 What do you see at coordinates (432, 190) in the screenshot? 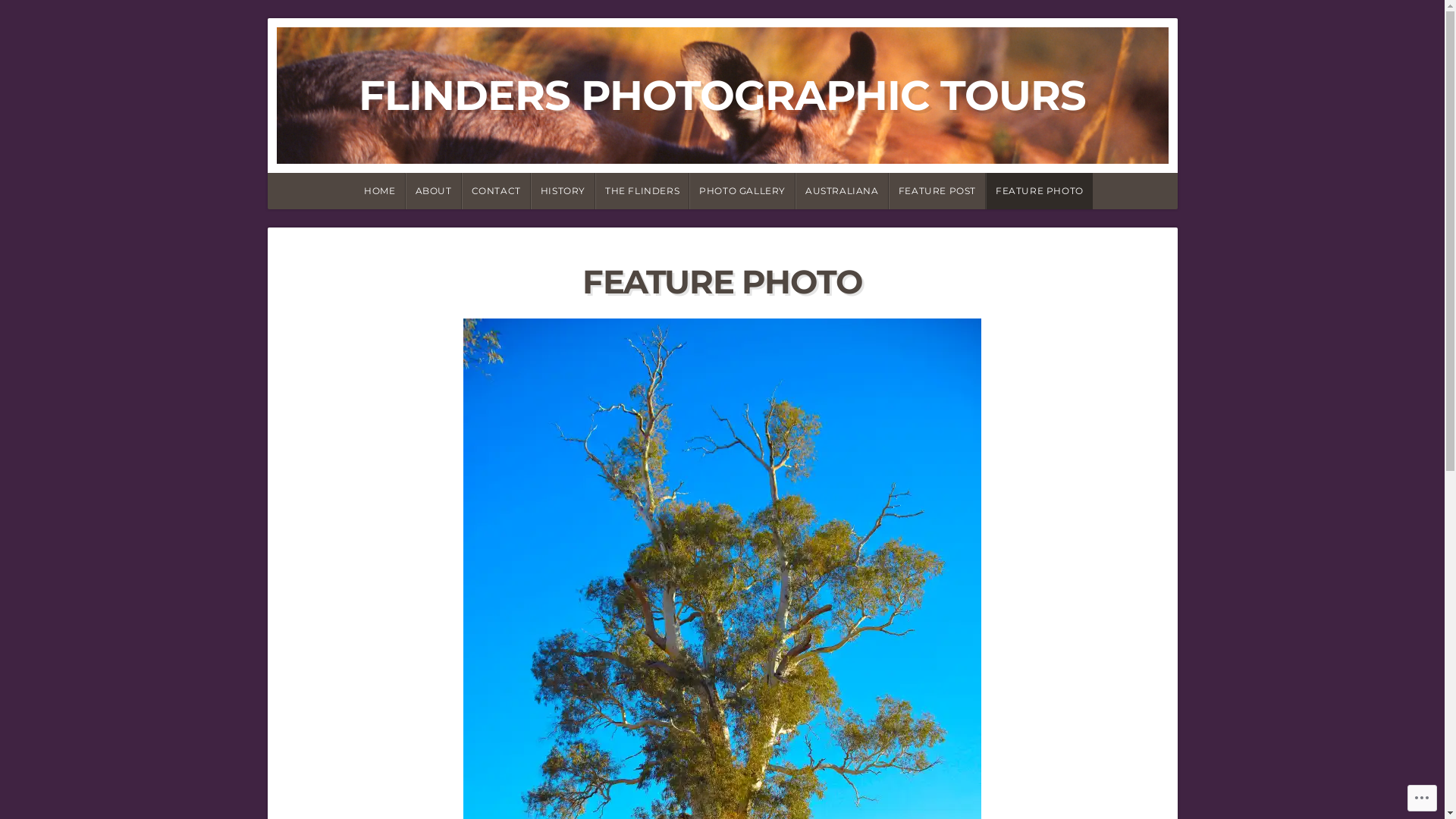
I see `'ABOUT'` at bounding box center [432, 190].